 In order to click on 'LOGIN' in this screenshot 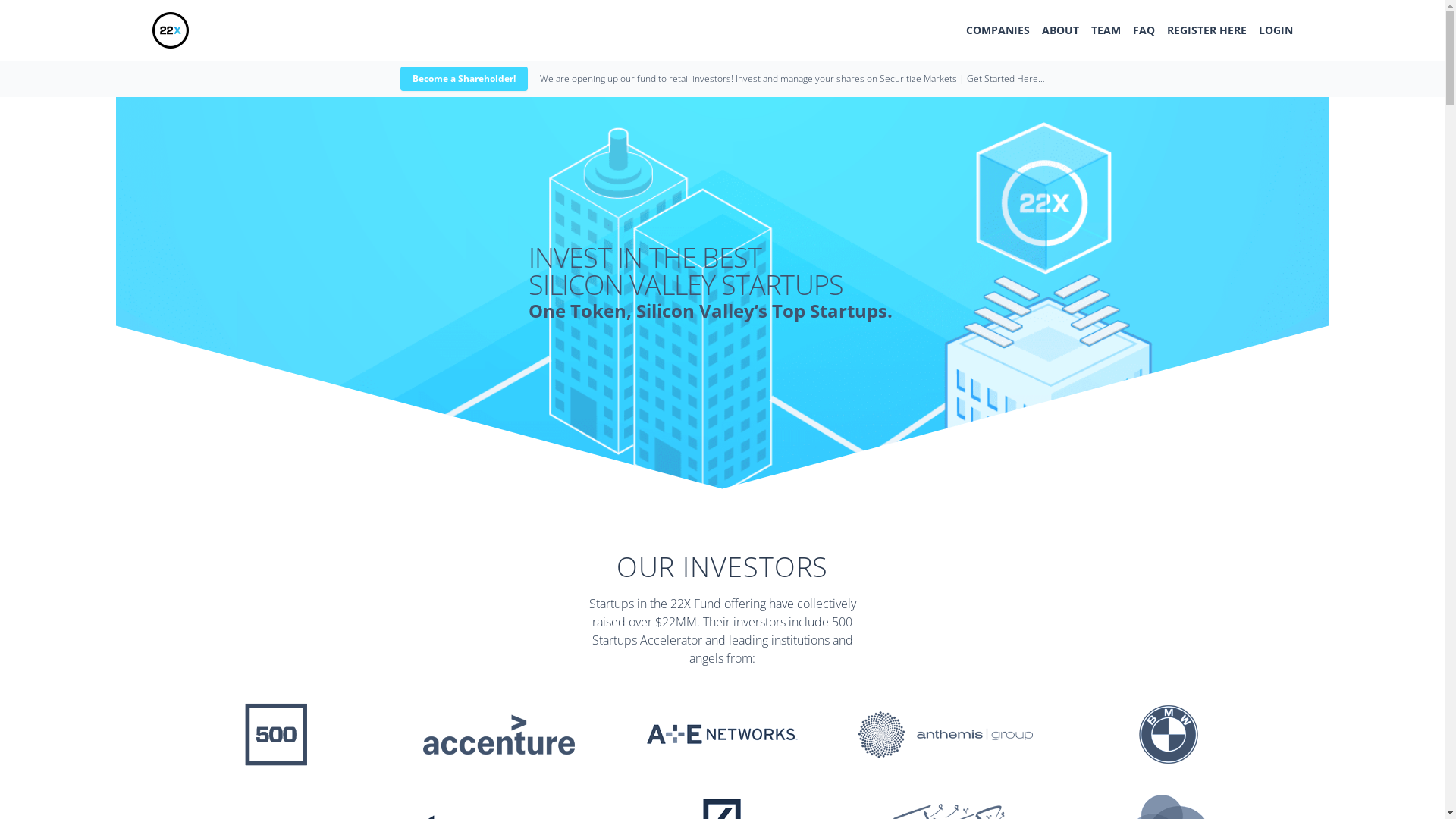, I will do `click(1275, 30)`.